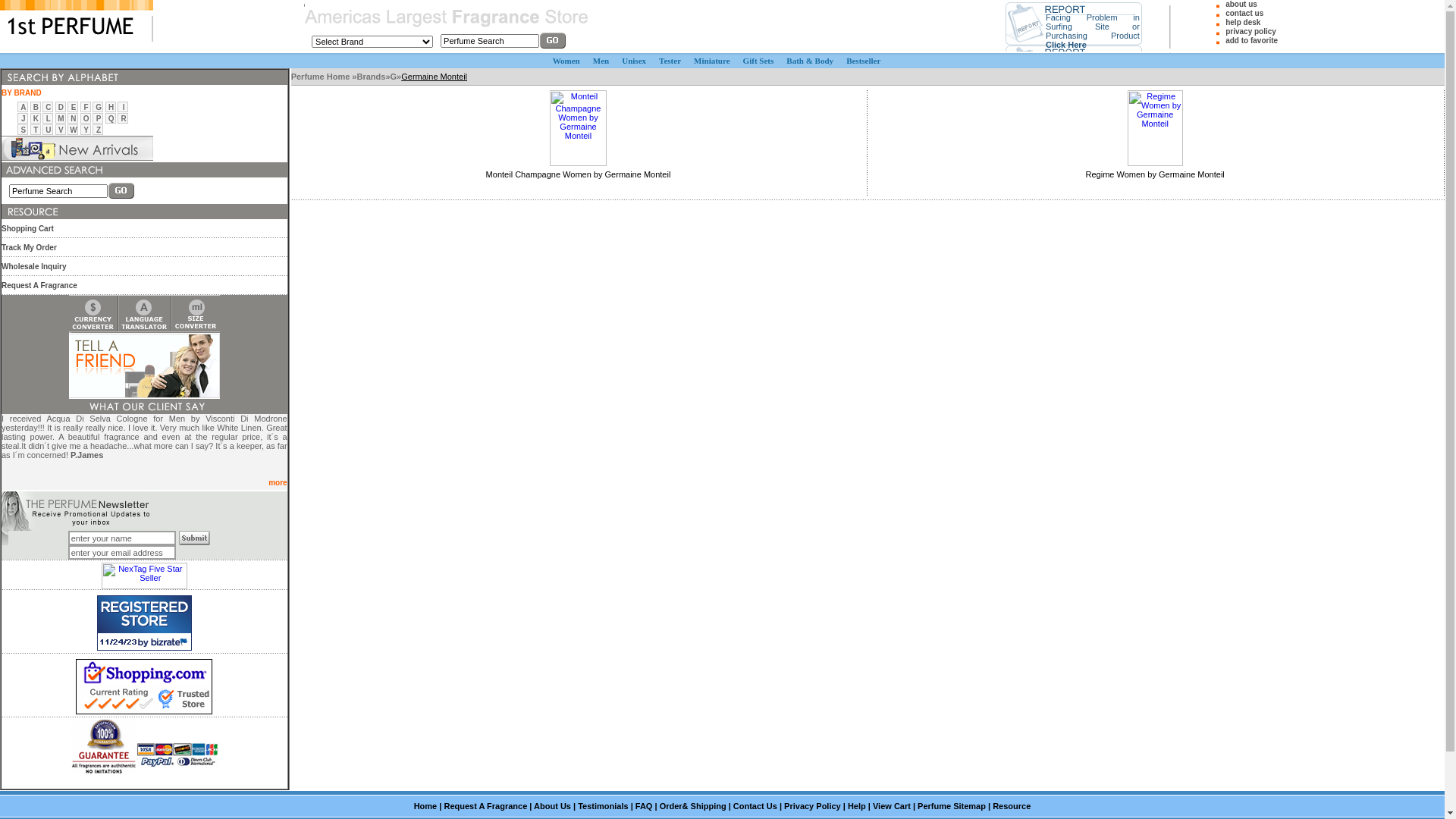  Describe the element at coordinates (811, 805) in the screenshot. I see `'Privacy Policy'` at that location.